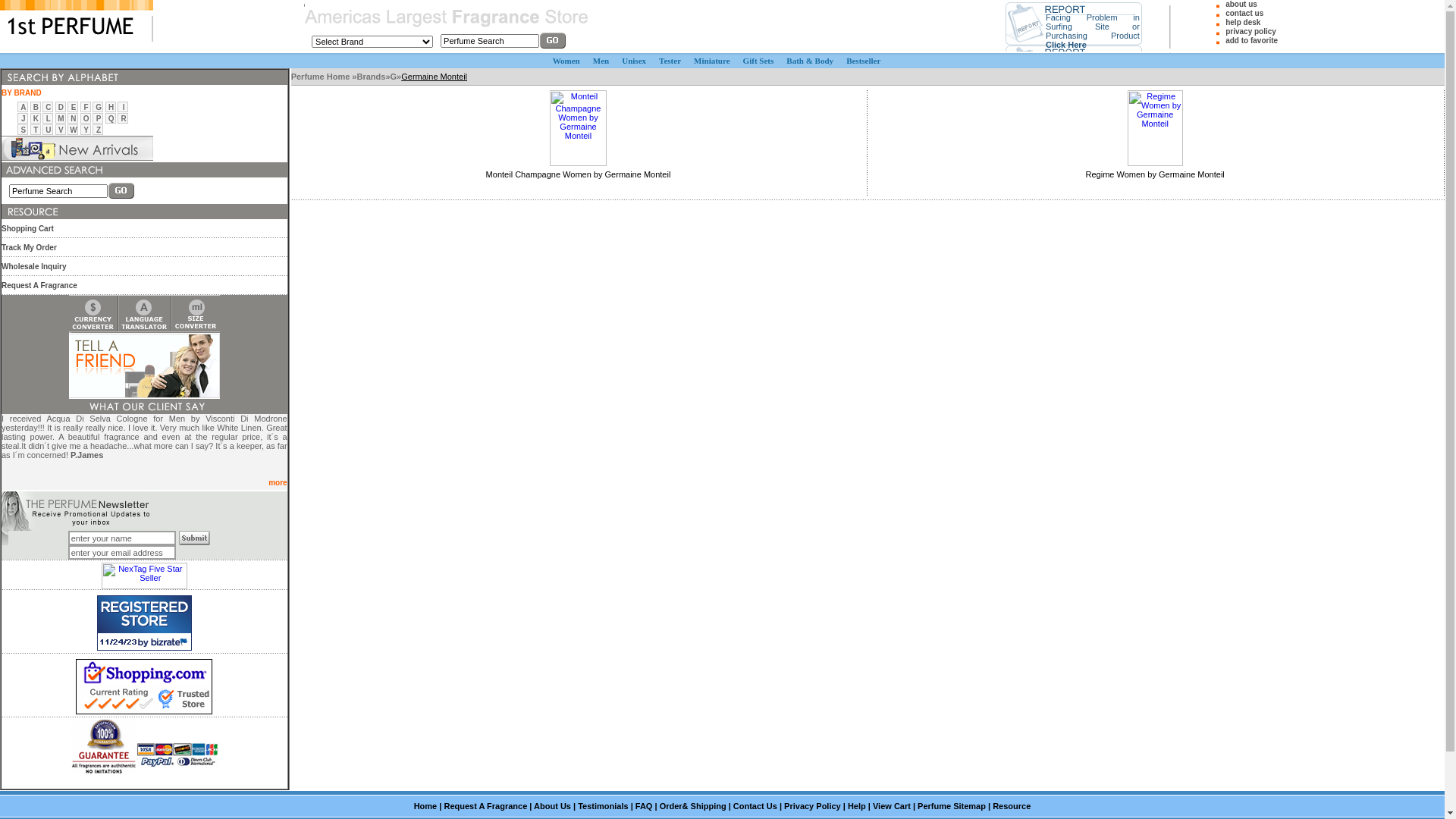  Describe the element at coordinates (811, 805) in the screenshot. I see `'Privacy Policy'` at that location.